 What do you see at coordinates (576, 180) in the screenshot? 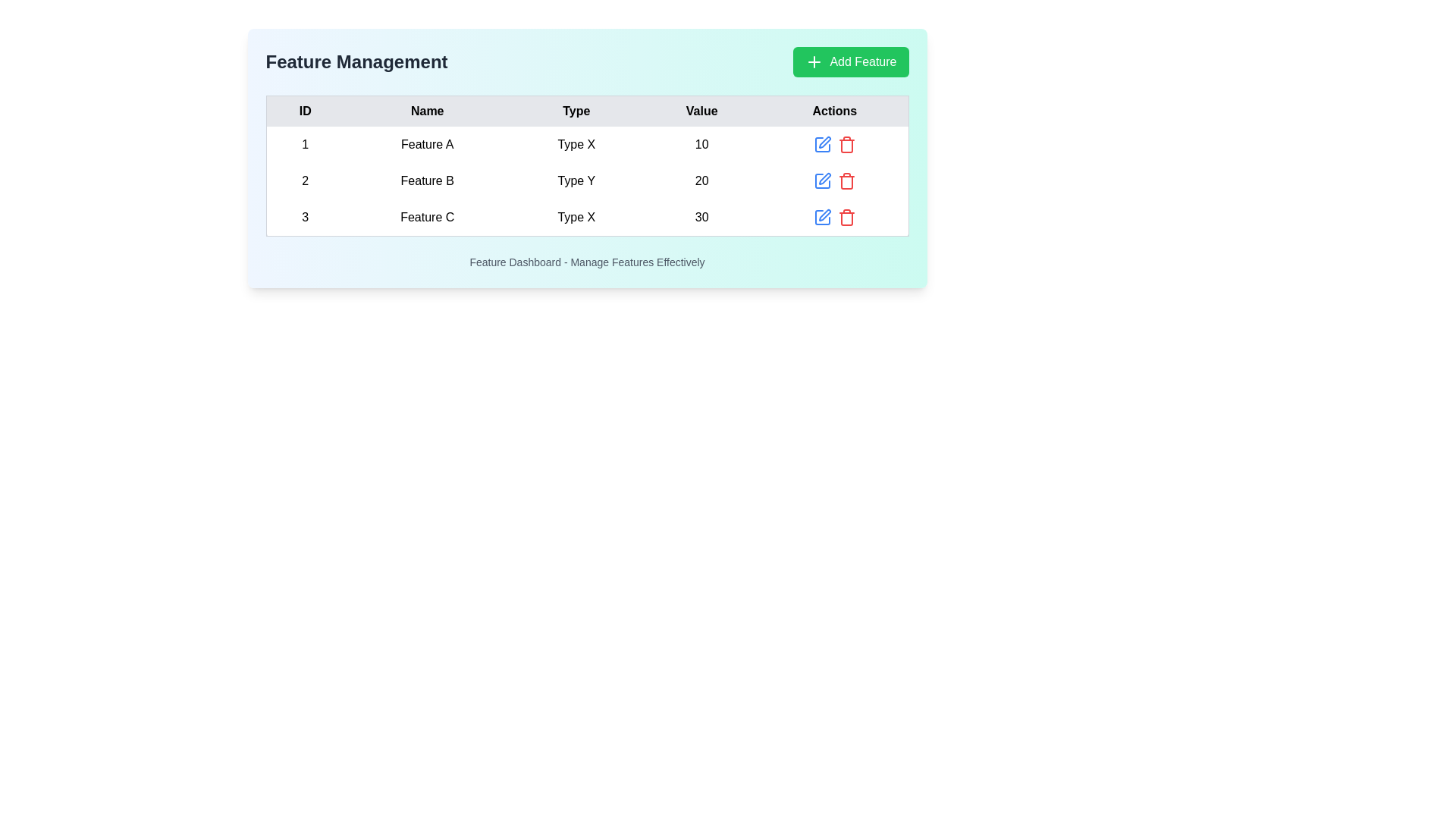
I see `the Text Display indicating the type designation for 'Feature B' in the Type column of the table` at bounding box center [576, 180].